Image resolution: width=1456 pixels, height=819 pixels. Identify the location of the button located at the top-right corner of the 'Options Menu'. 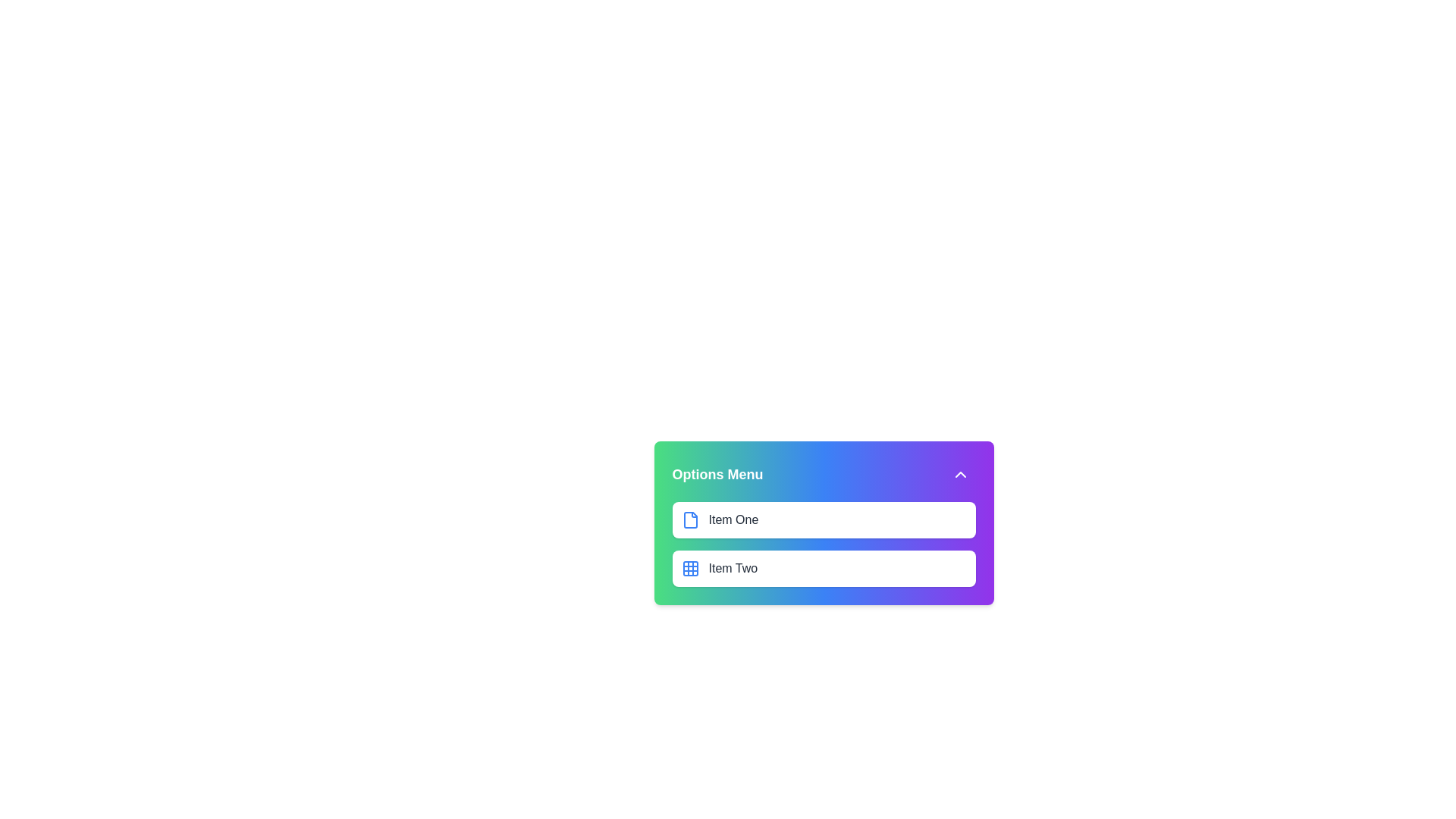
(959, 473).